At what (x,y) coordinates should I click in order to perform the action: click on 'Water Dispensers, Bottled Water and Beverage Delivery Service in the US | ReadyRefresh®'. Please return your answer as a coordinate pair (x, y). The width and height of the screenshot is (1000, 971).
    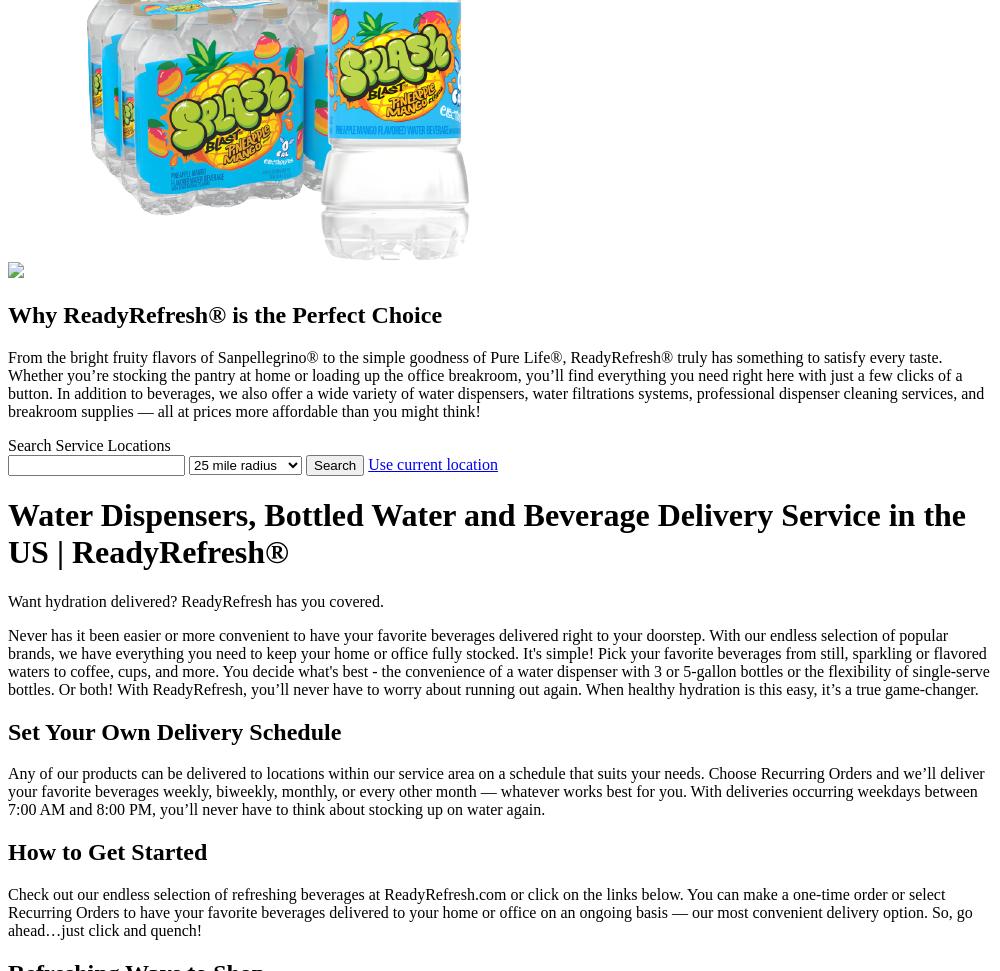
    Looking at the image, I should click on (486, 532).